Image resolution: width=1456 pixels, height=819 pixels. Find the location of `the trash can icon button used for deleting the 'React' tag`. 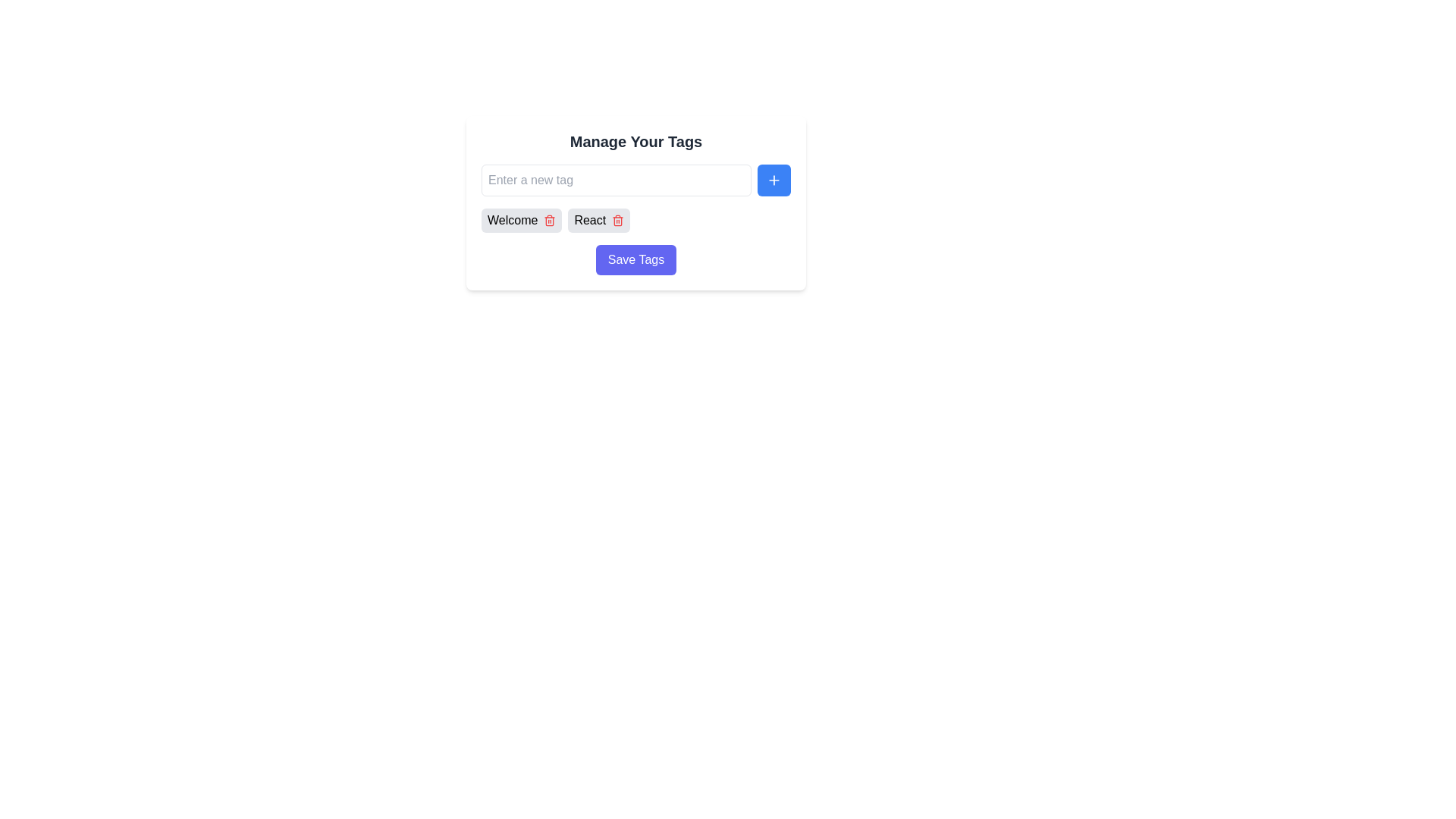

the trash can icon button used for deleting the 'React' tag is located at coordinates (618, 220).